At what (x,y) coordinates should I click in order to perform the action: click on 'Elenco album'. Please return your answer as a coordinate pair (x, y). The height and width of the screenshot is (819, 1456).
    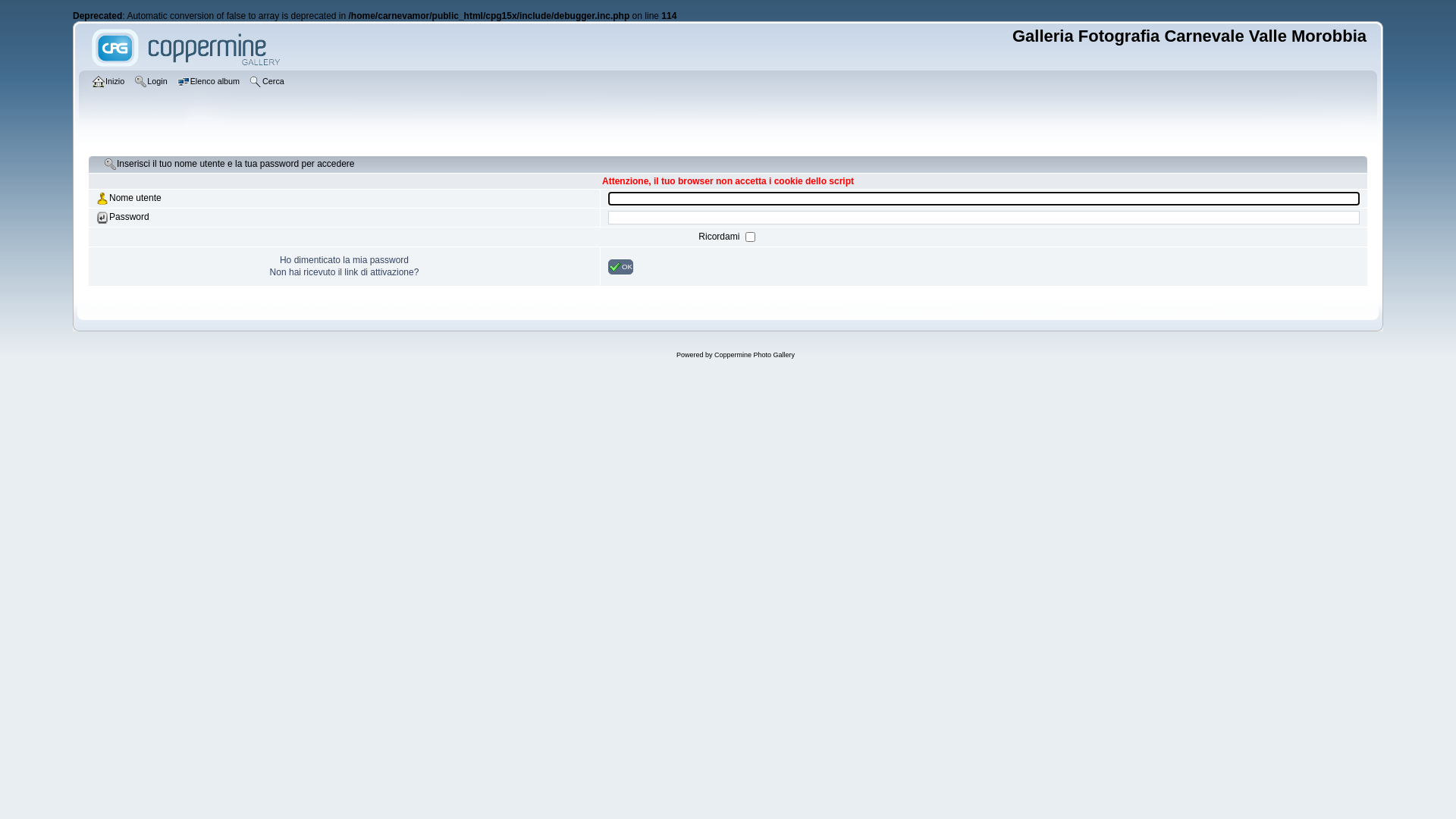
    Looking at the image, I should click on (209, 82).